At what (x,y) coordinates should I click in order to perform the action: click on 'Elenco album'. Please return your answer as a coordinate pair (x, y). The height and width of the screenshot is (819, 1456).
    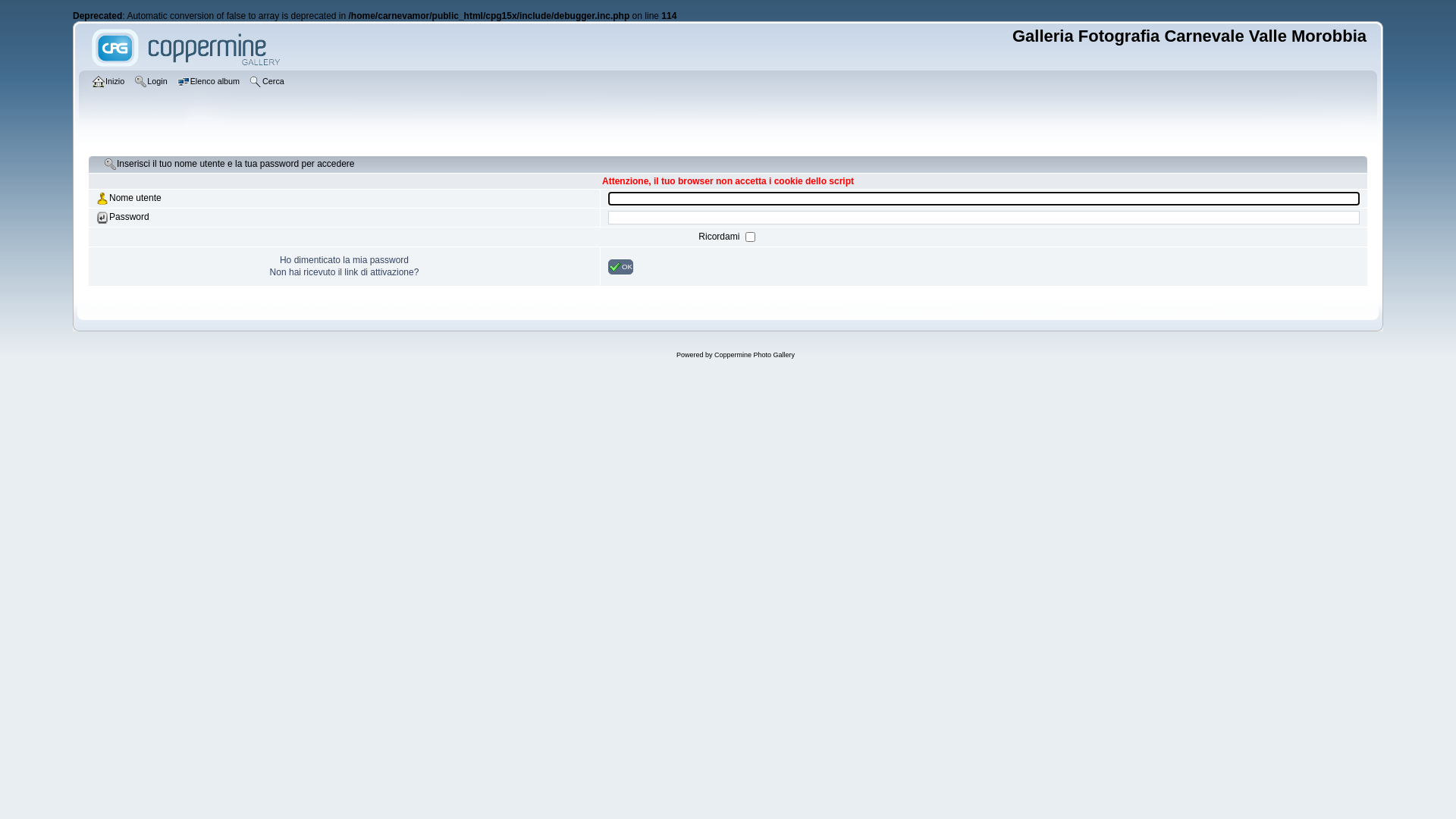
    Looking at the image, I should click on (209, 82).